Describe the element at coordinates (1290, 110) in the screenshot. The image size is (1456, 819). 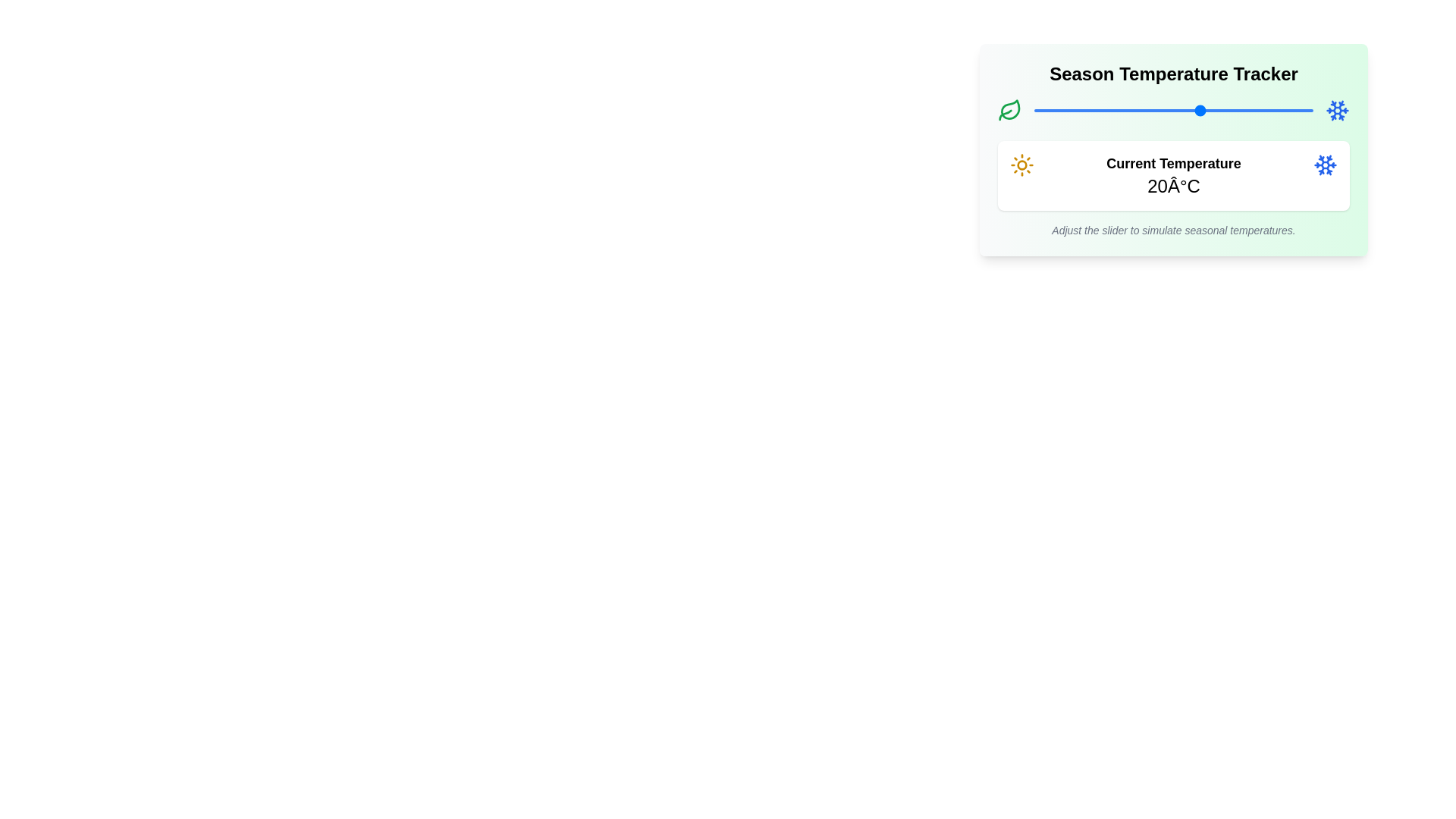
I see `the slider to set the temperature to 36°C` at that location.